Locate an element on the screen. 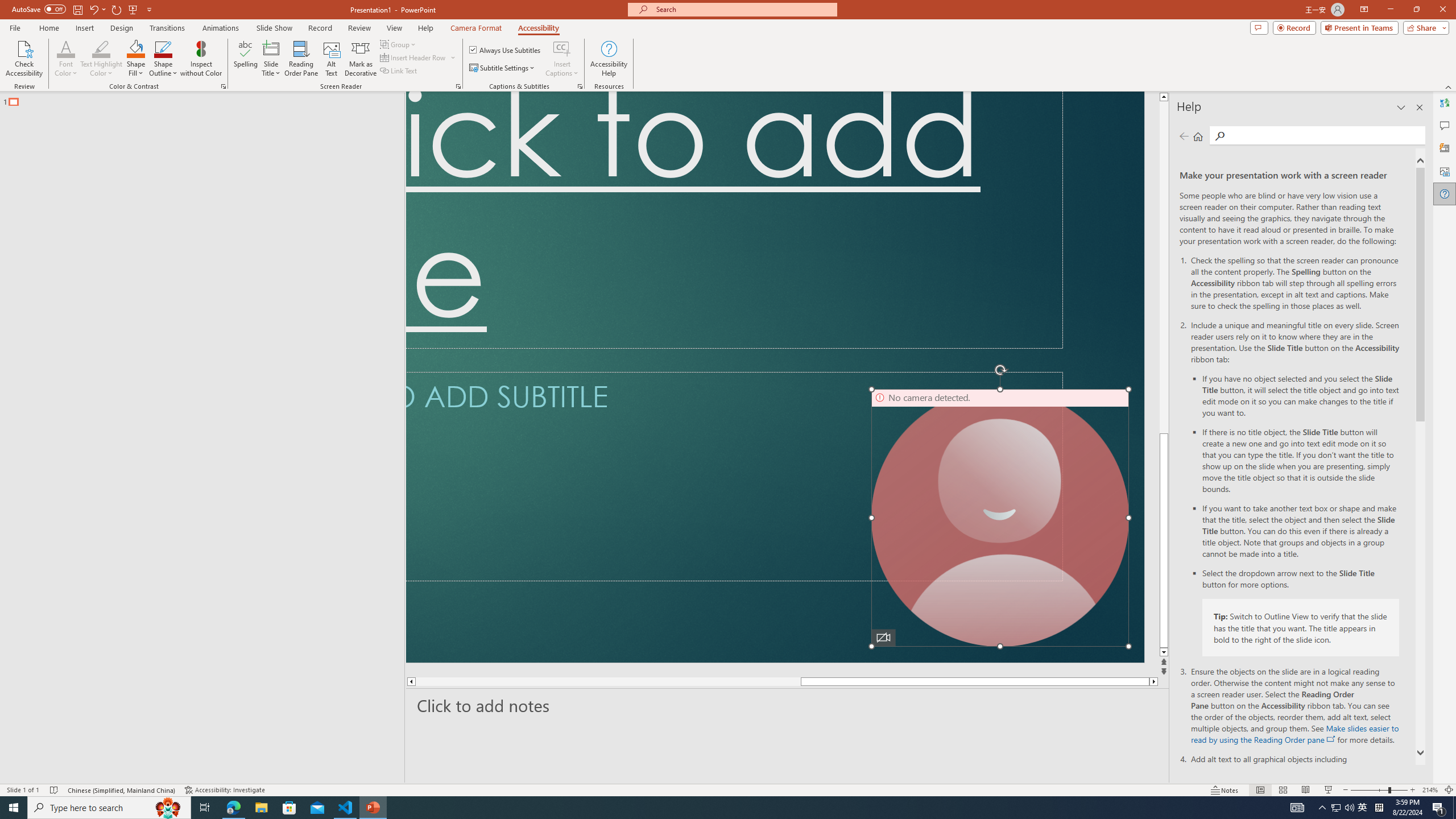  'Color & Contrast' is located at coordinates (222, 85).